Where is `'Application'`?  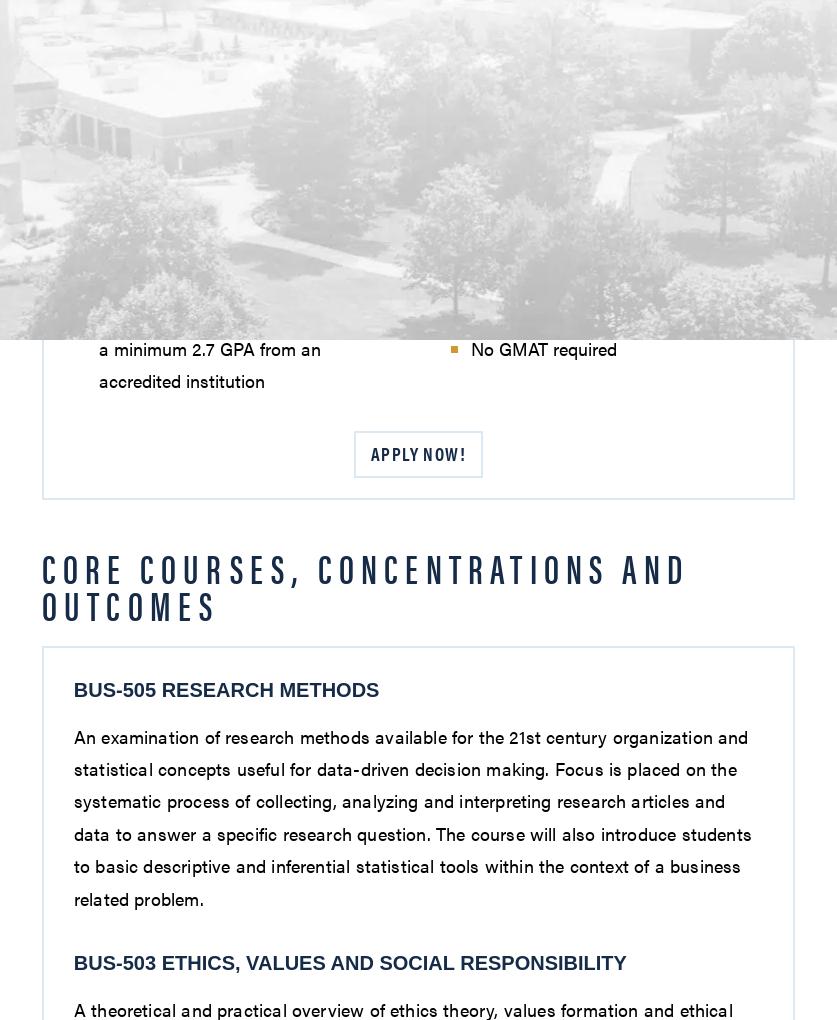 'Application' is located at coordinates (145, 264).